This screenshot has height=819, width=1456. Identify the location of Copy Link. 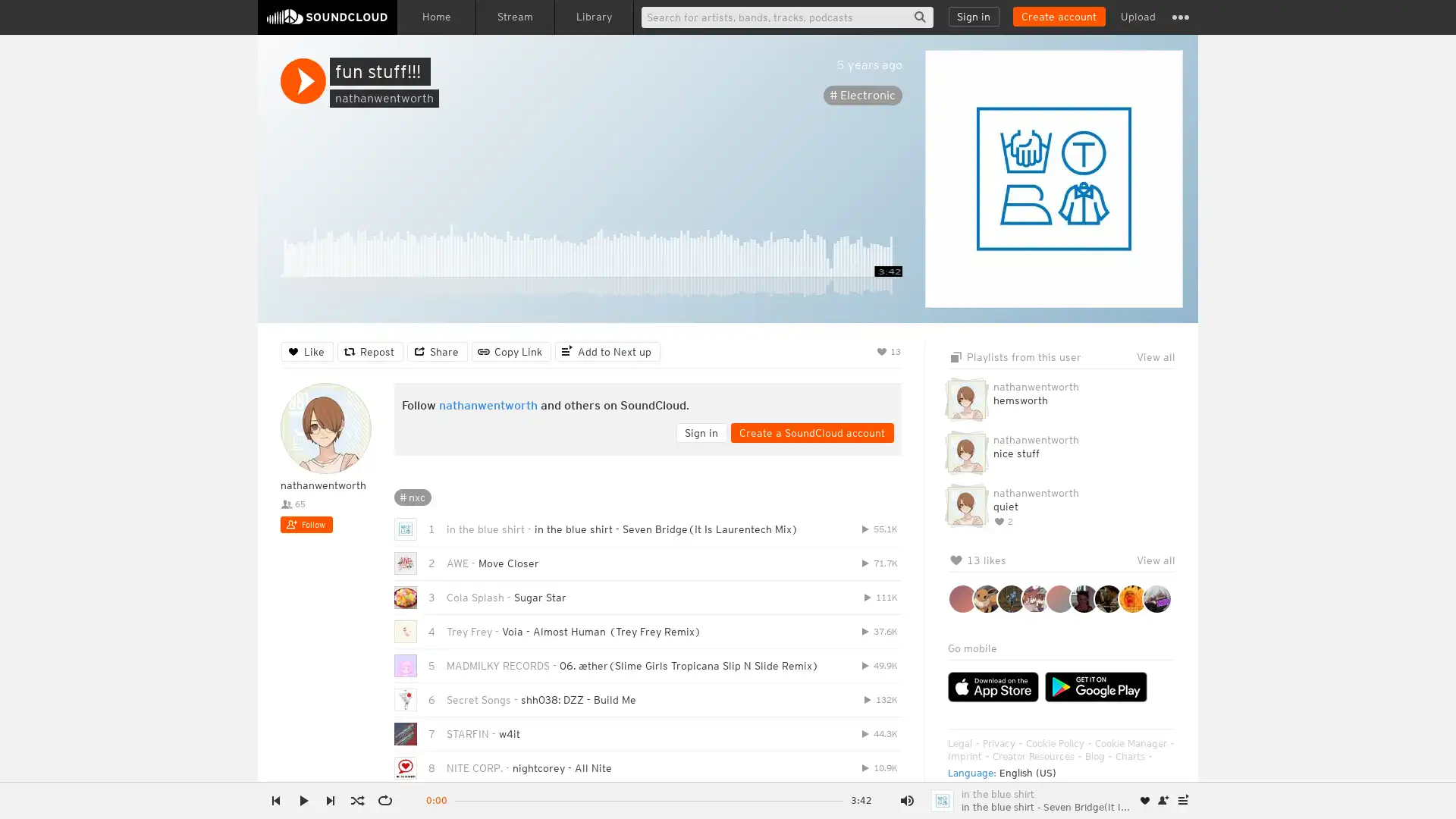
(511, 350).